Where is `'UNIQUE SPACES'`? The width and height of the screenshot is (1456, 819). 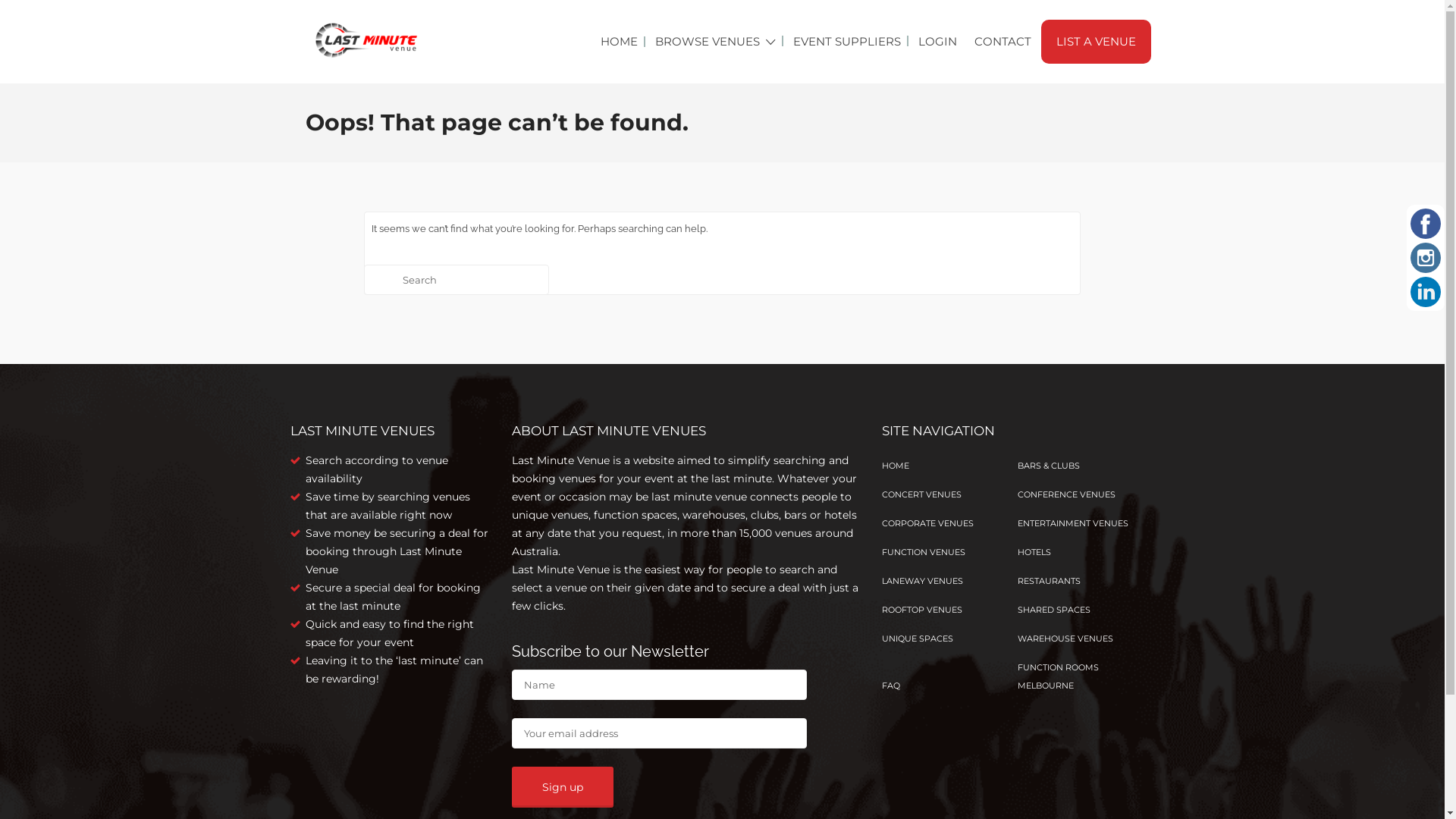
'UNIQUE SPACES' is located at coordinates (916, 638).